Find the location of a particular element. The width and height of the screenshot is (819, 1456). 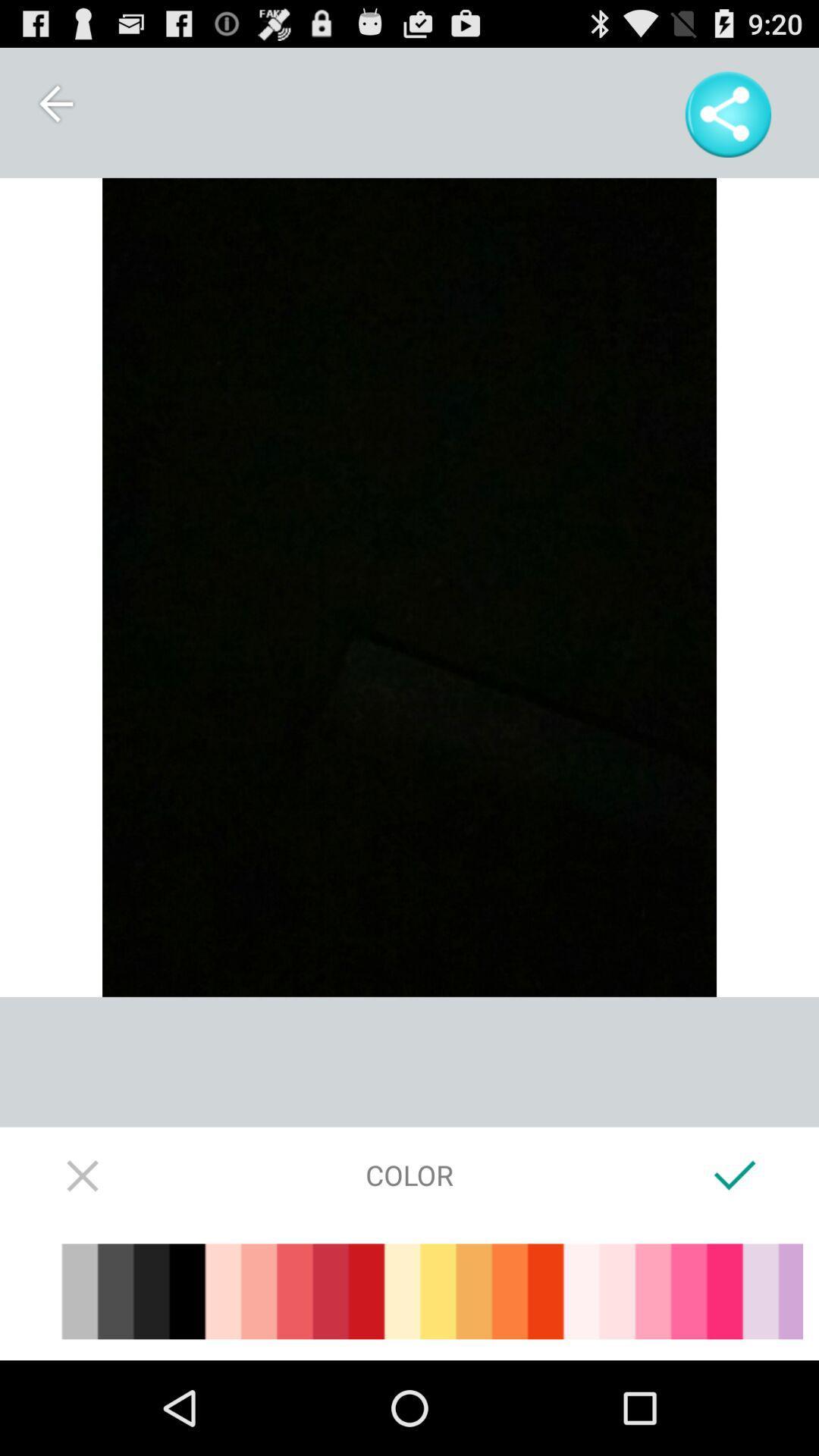

the arrow_backward icon is located at coordinates (55, 110).